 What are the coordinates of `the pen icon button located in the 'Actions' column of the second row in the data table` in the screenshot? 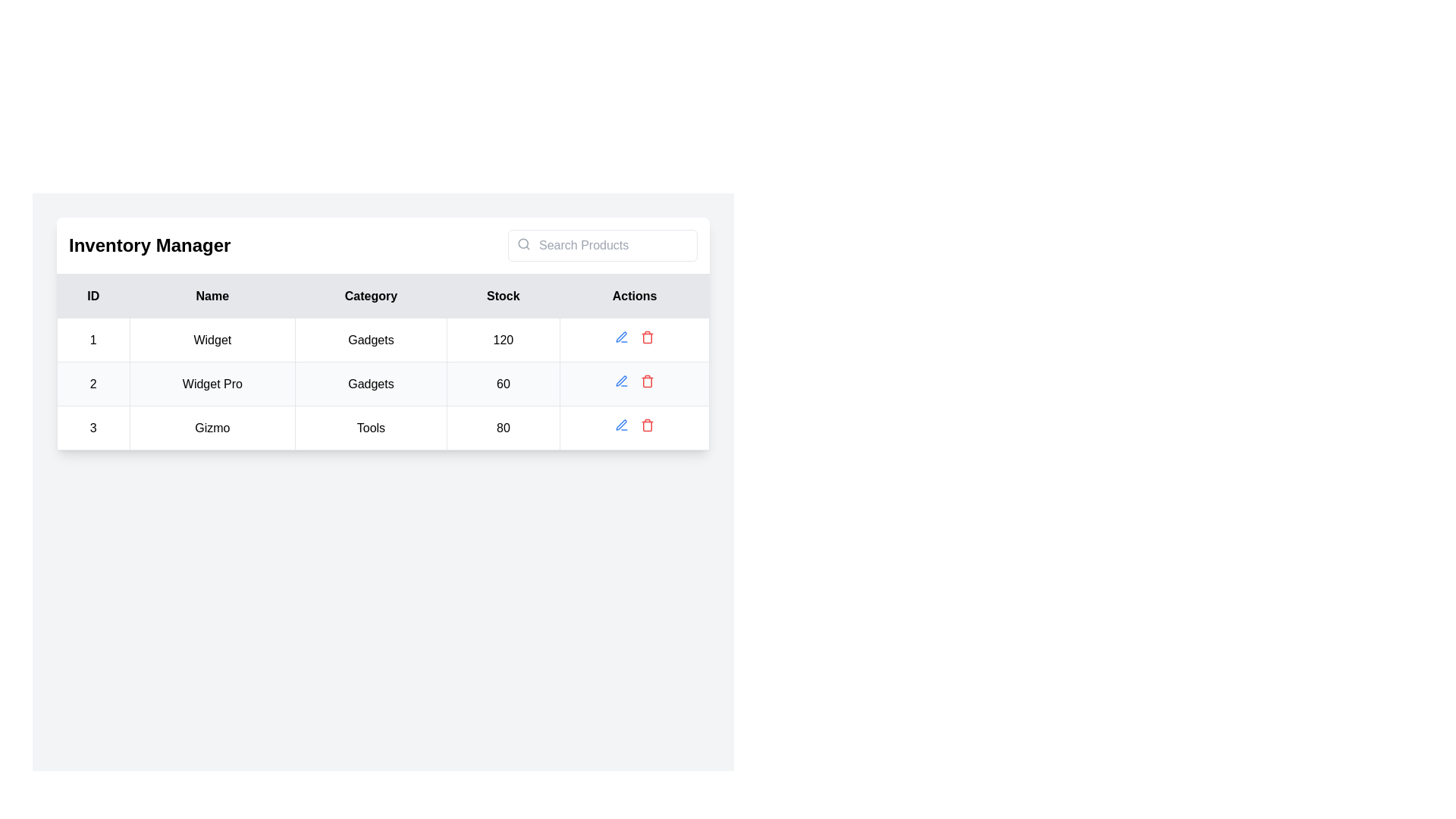 It's located at (621, 380).